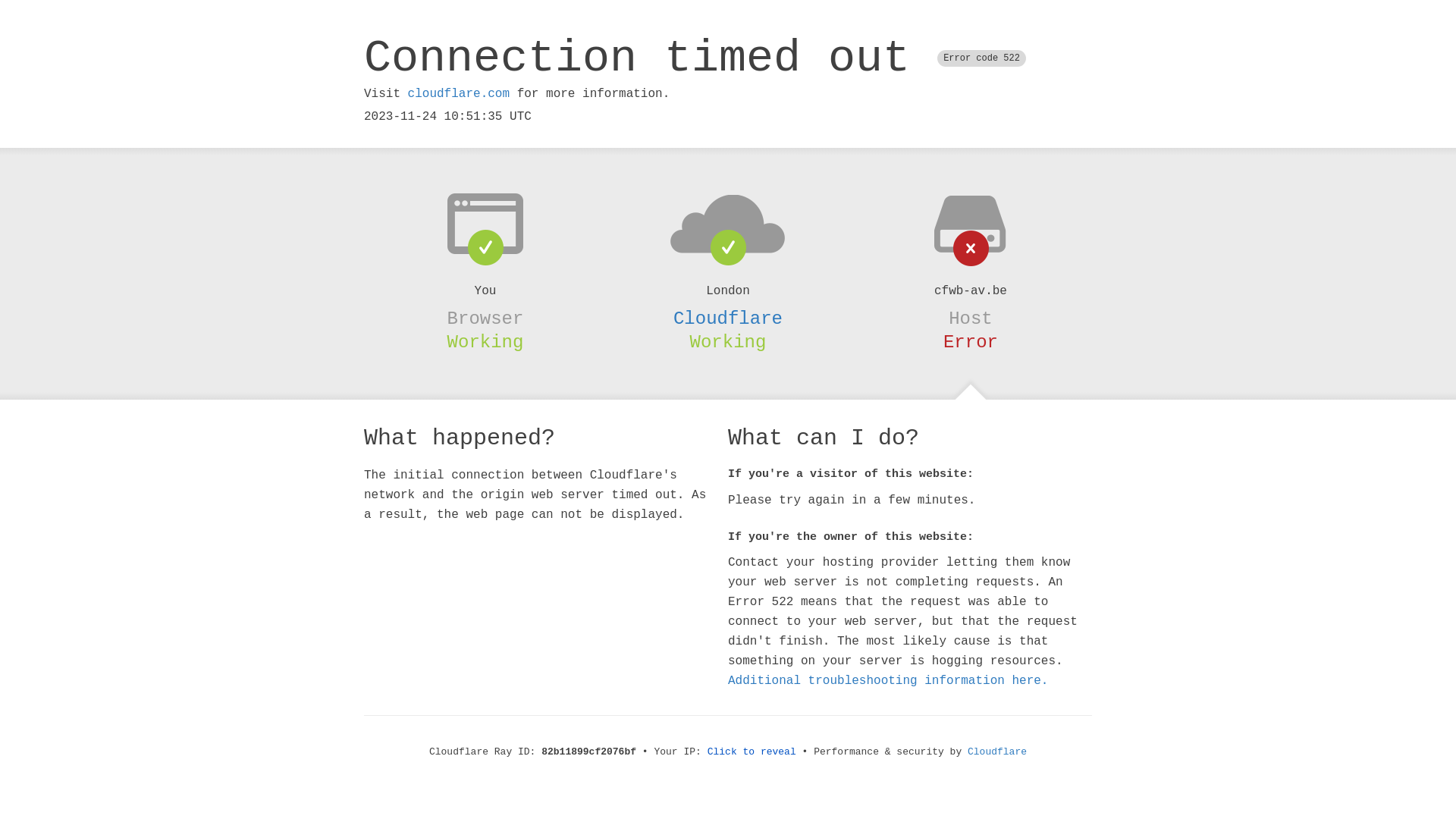  What do you see at coordinates (728, 318) in the screenshot?
I see `'Cloudflare'` at bounding box center [728, 318].